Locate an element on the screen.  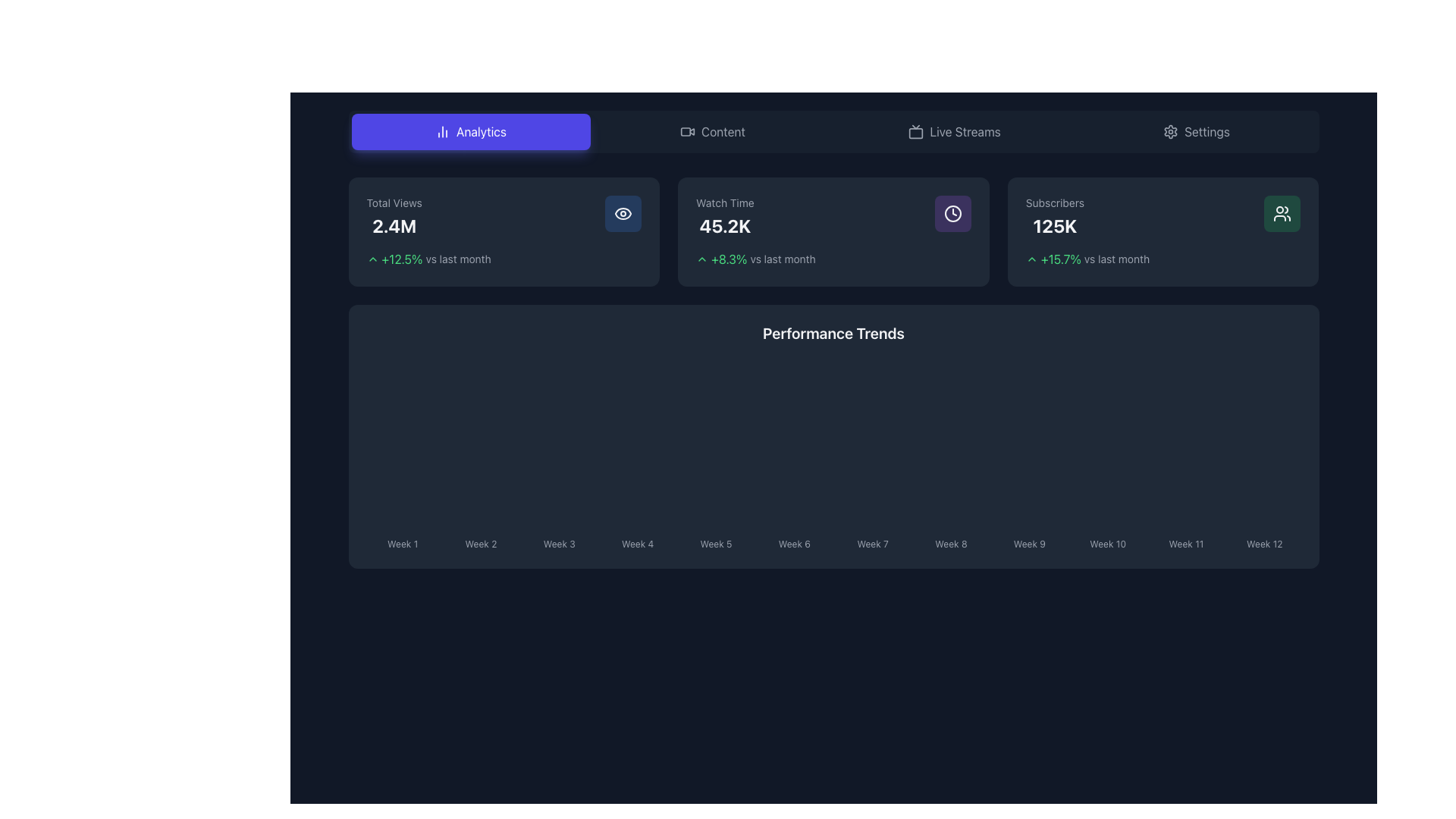
the 'Settings' text label located in the top-right of the user interface is located at coordinates (1207, 130).